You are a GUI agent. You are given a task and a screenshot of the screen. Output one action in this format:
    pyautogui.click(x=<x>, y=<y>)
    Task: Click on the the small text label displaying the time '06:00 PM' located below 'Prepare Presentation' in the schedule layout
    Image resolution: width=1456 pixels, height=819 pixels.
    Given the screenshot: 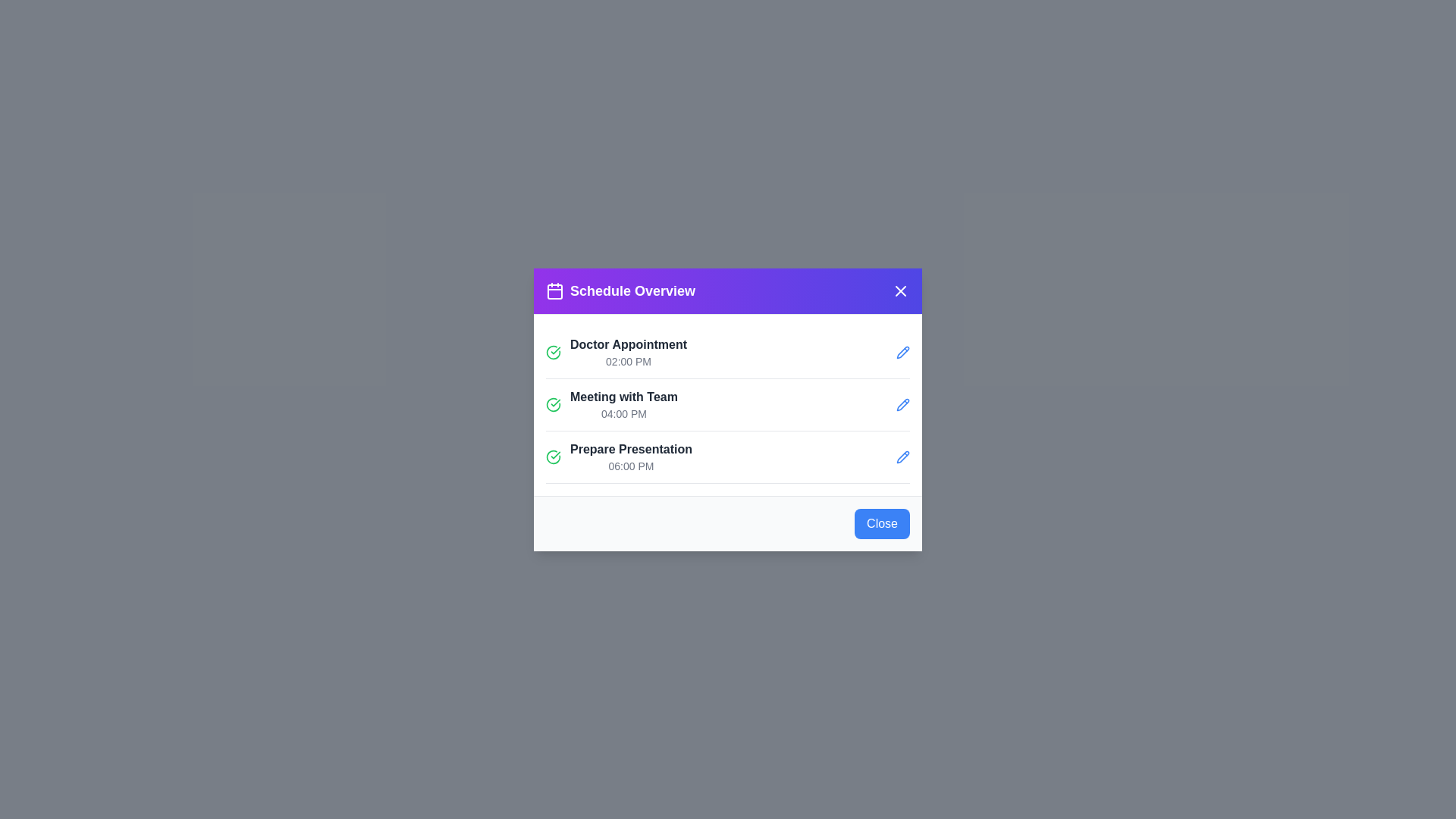 What is the action you would take?
    pyautogui.click(x=631, y=465)
    